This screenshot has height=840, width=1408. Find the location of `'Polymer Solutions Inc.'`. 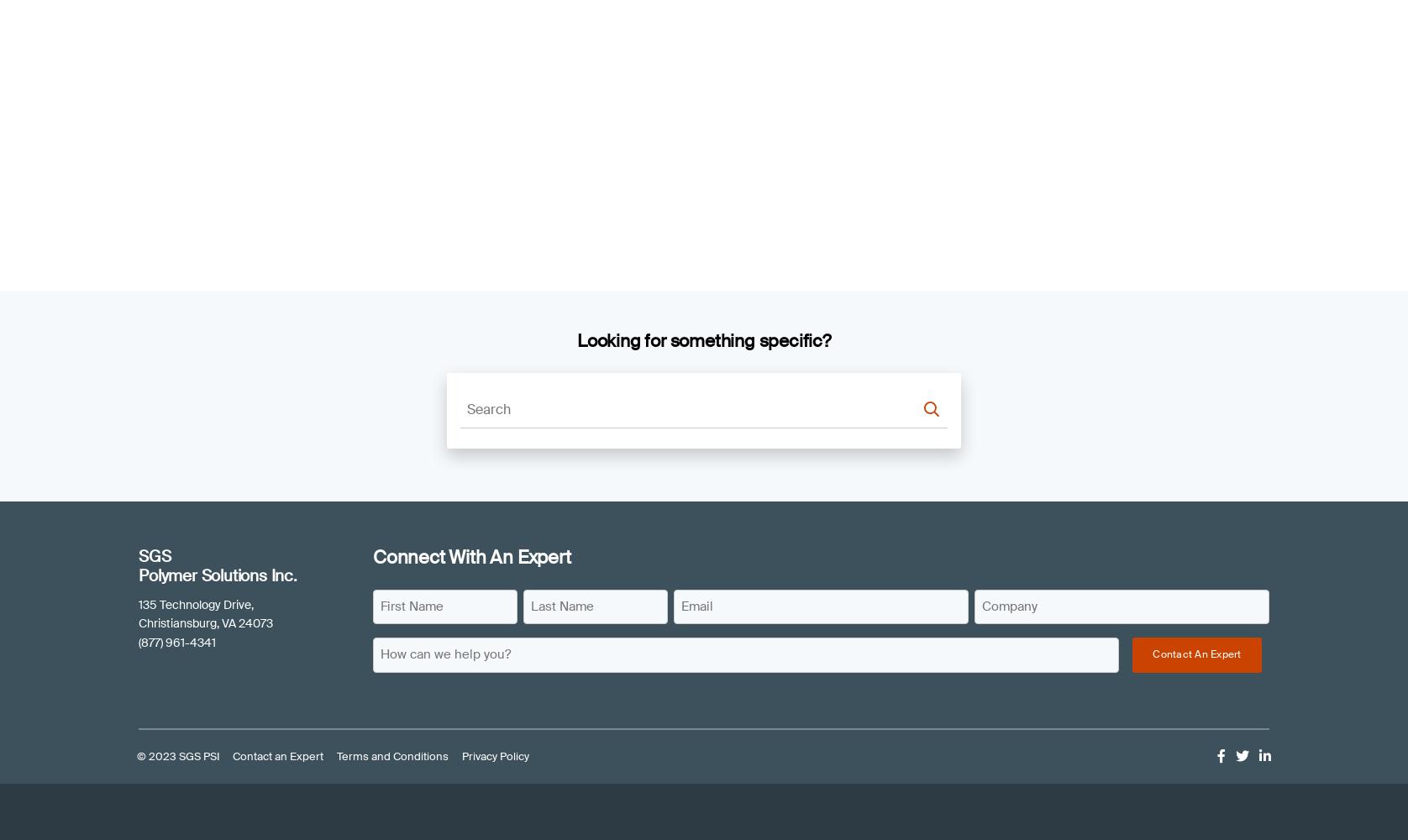

'Polymer Solutions Inc.' is located at coordinates (216, 575).